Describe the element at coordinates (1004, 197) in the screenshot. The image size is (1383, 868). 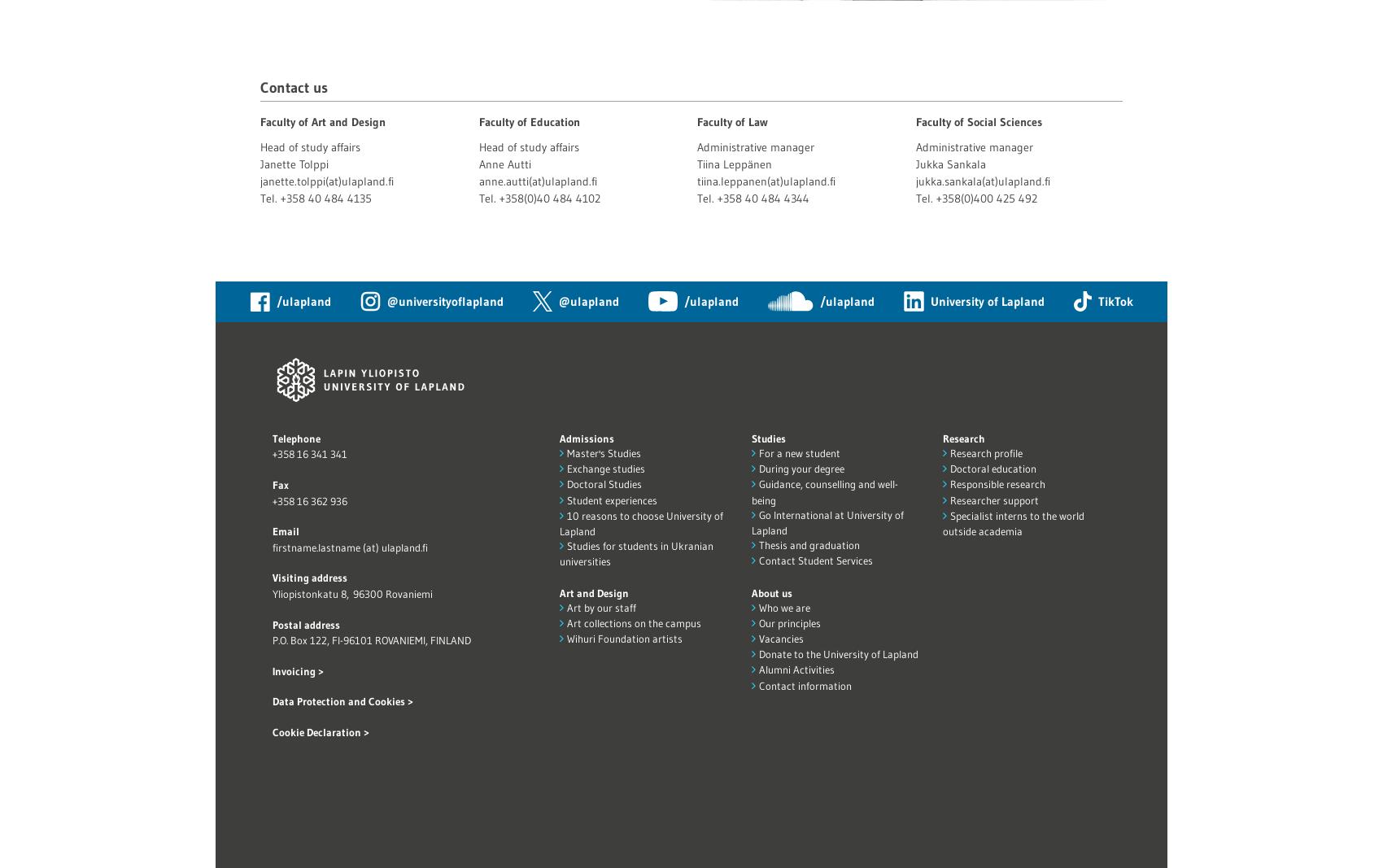
I see `'400 425 492'` at that location.